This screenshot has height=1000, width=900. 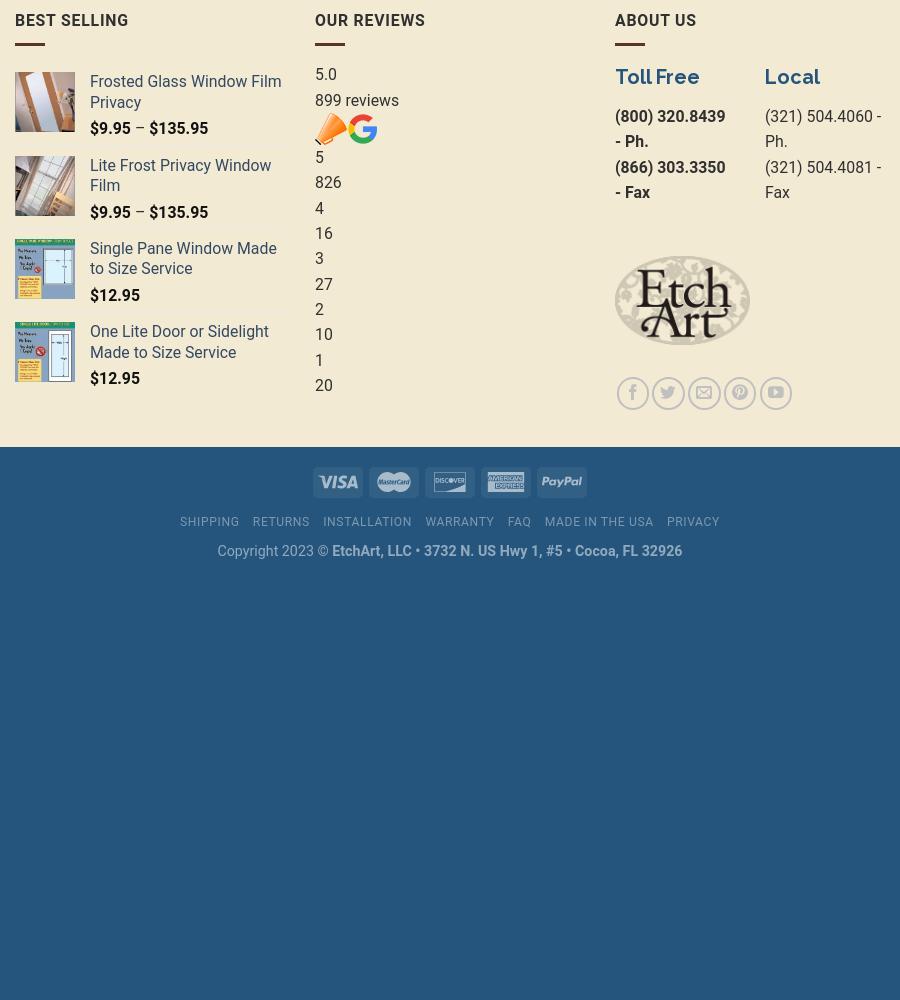 I want to click on 'Copyright 2023 ©', so click(x=273, y=550).